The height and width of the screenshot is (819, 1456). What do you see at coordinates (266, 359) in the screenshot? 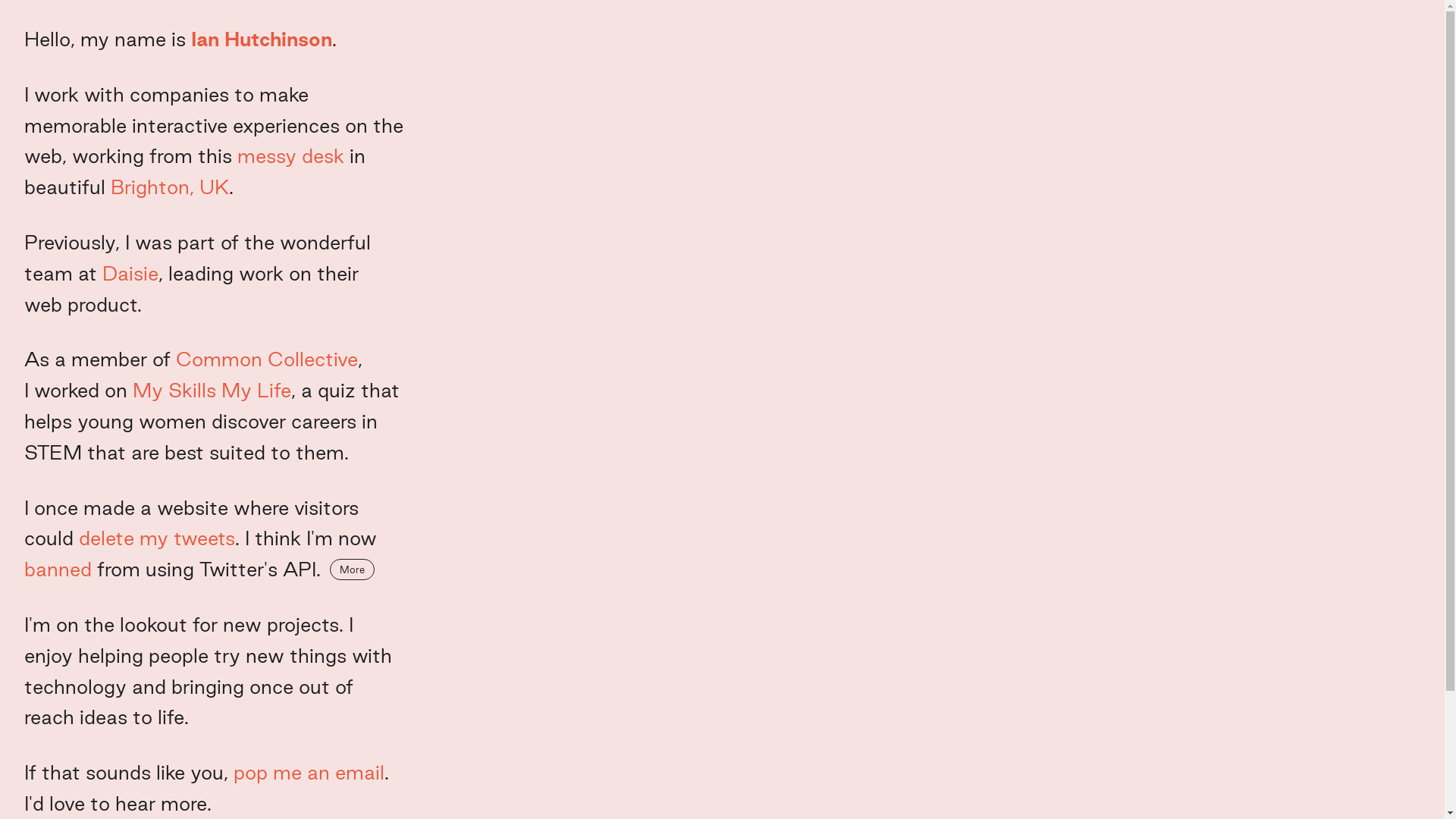
I see `'Common Collective'` at bounding box center [266, 359].